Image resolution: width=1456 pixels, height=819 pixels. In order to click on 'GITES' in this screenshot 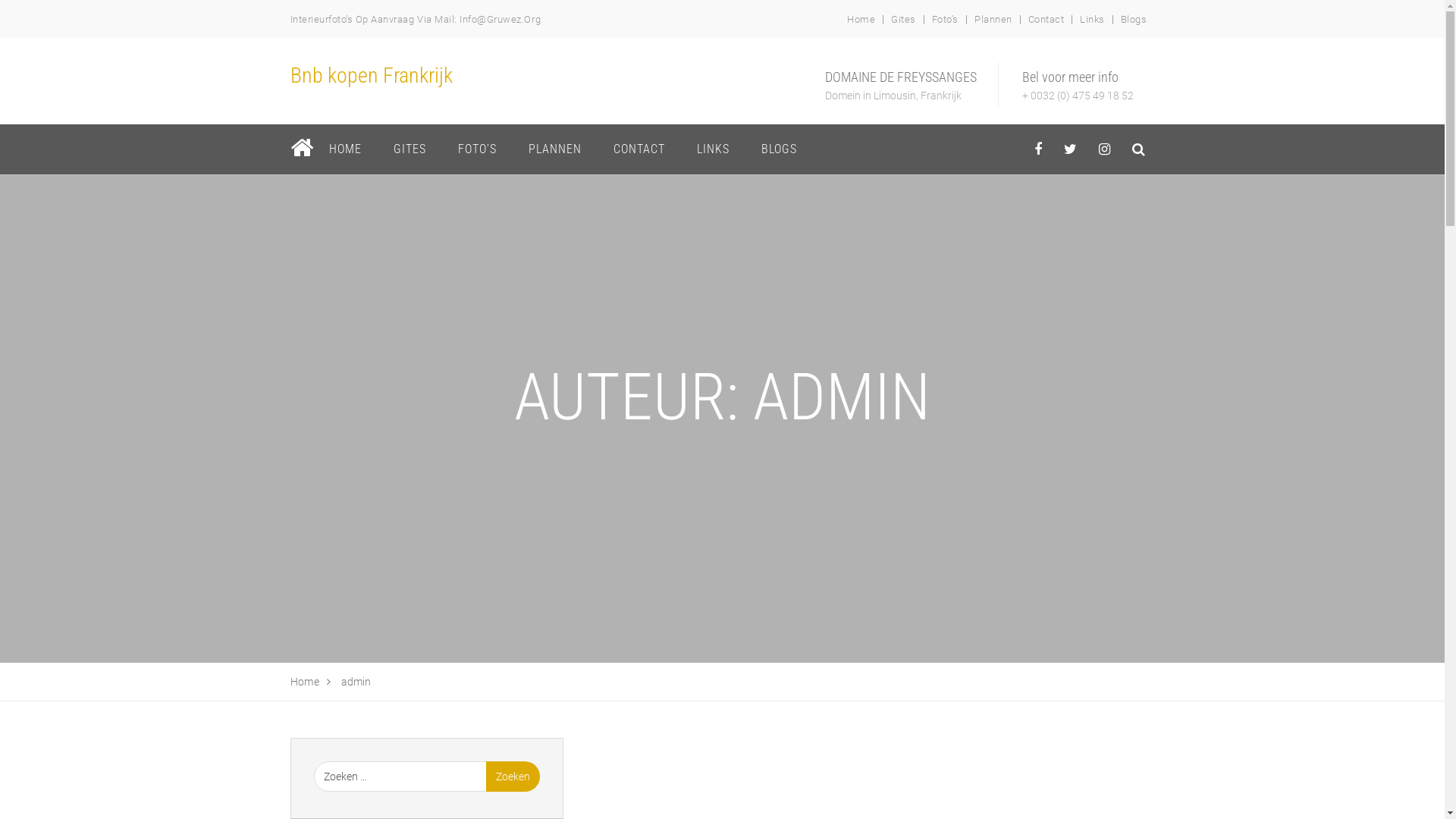, I will do `click(409, 149)`.